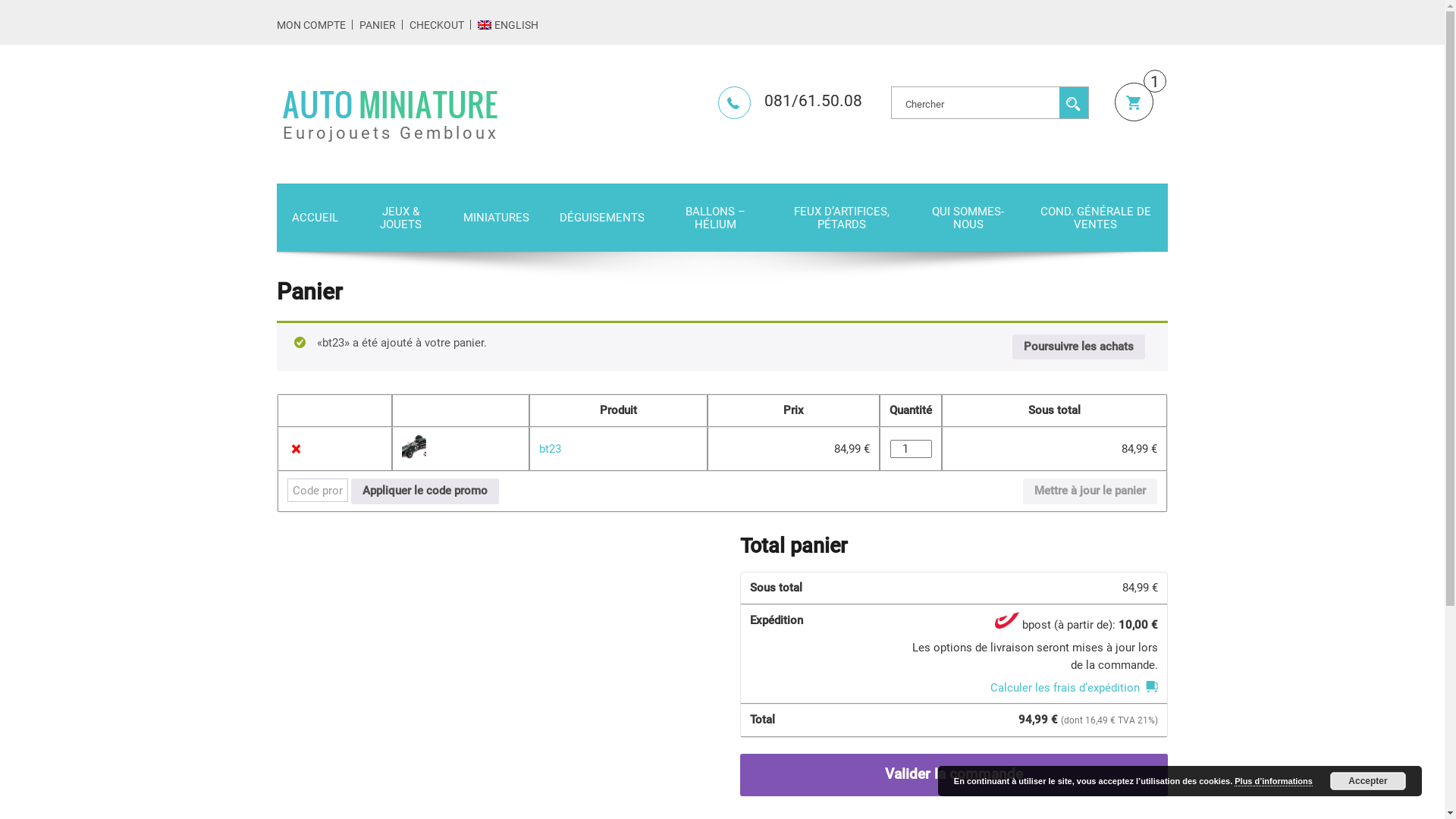  Describe the element at coordinates (538, 447) in the screenshot. I see `'bt23'` at that location.